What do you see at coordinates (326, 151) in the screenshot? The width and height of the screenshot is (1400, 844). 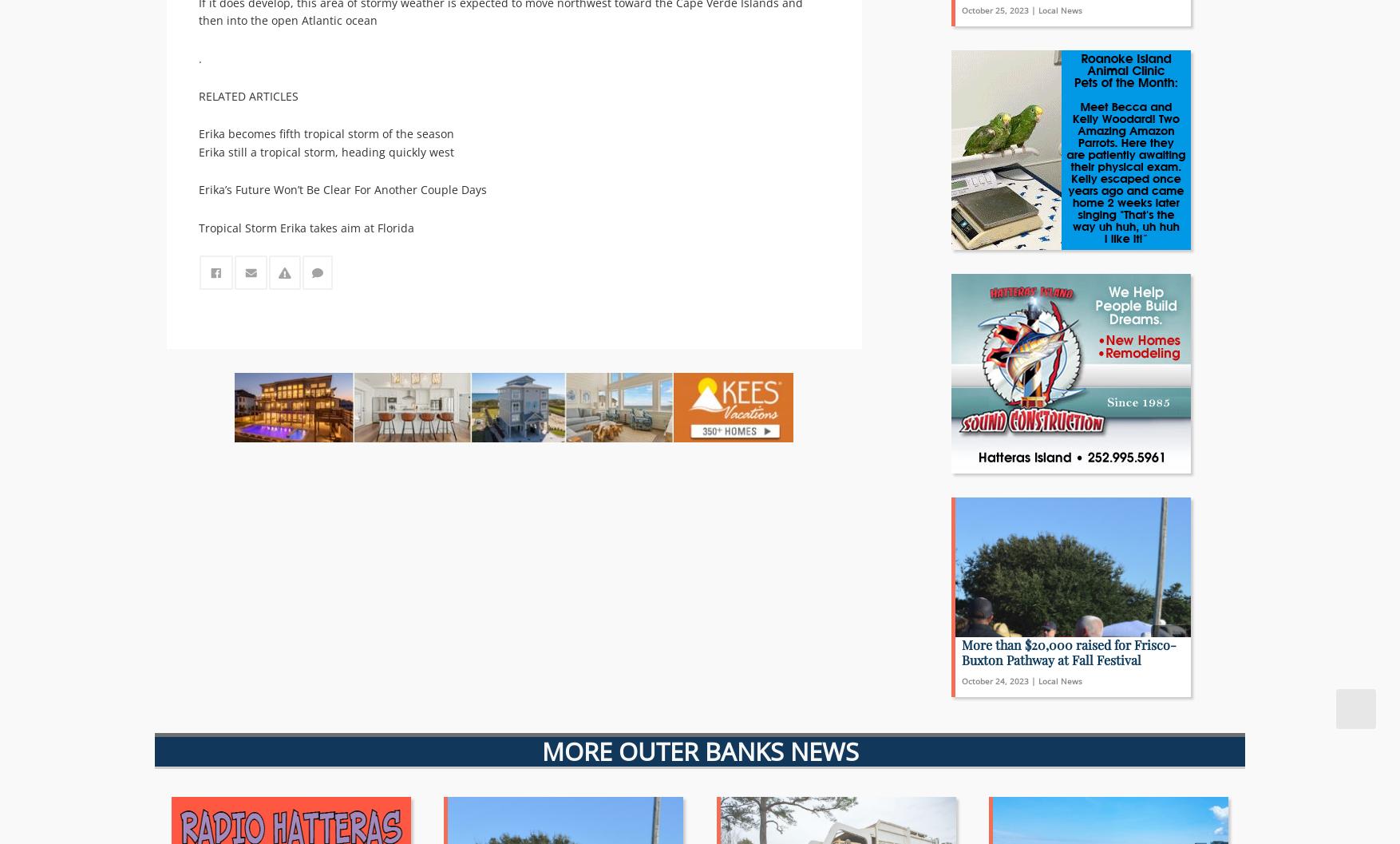 I see `'Erika still a tropical storm, heading quickly west'` at bounding box center [326, 151].